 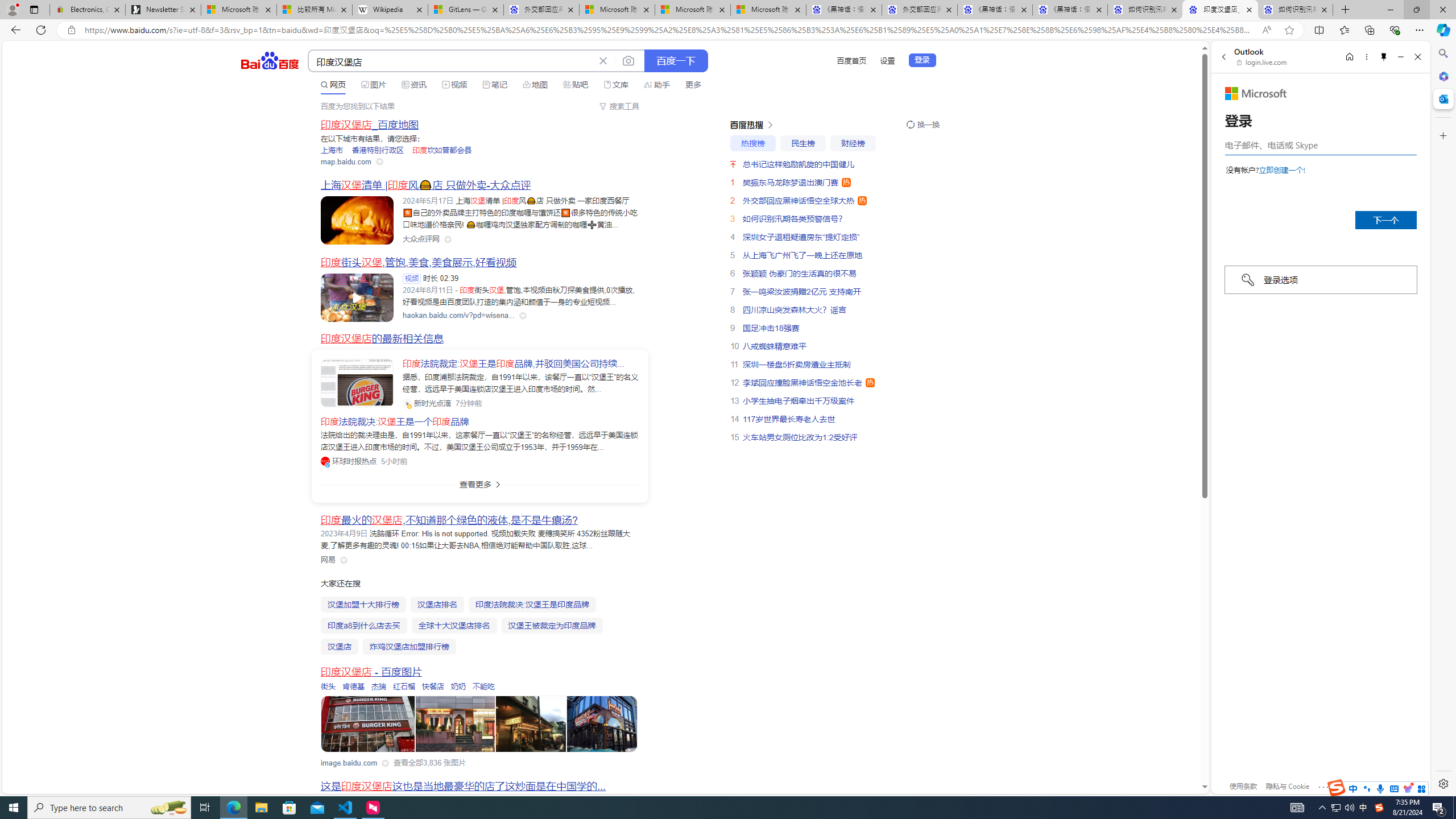 I want to click on 'Class: c-img c-img-radius-large', so click(x=357, y=383).